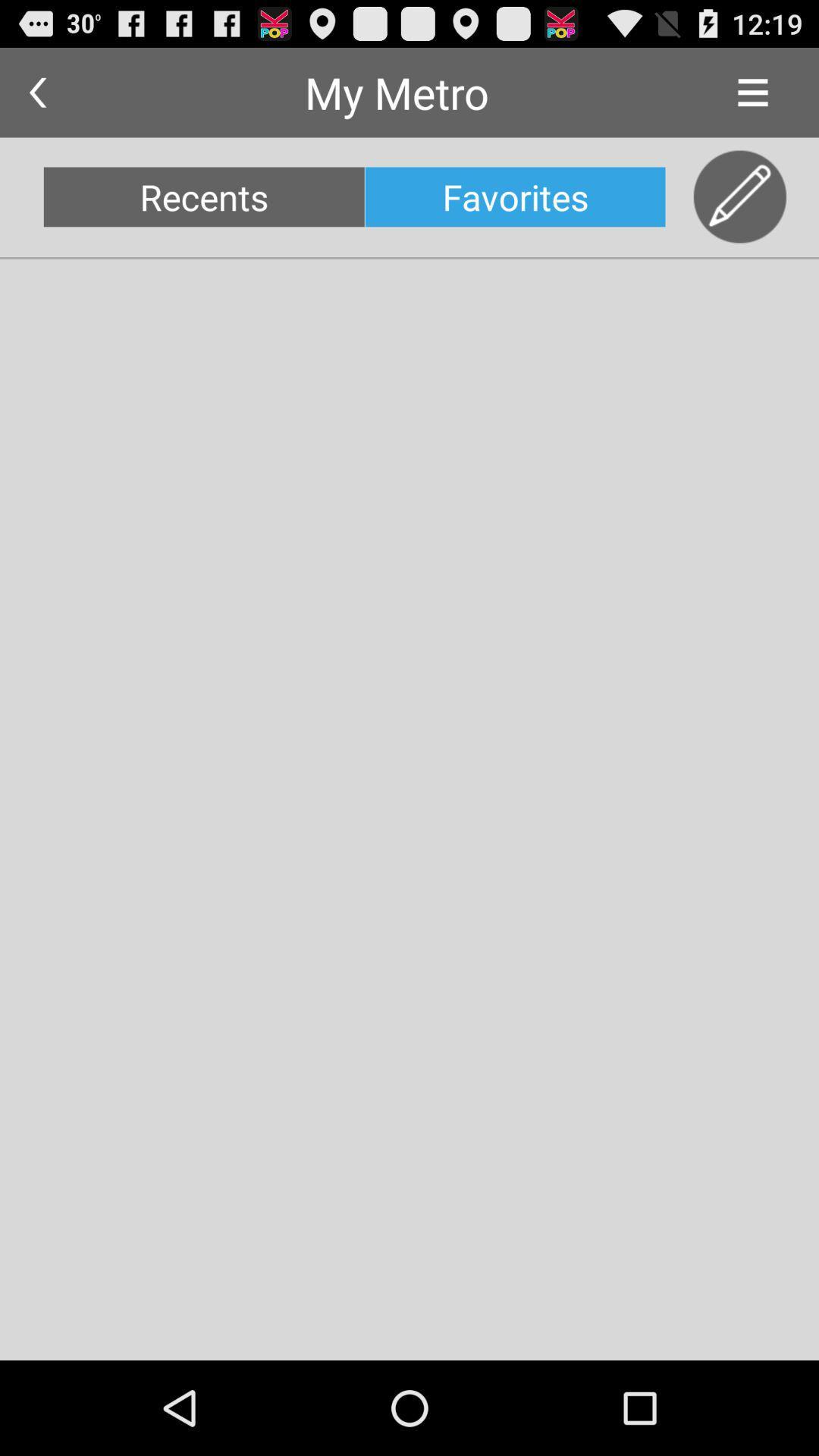 The image size is (819, 1456). What do you see at coordinates (739, 196) in the screenshot?
I see `item to the right of favorites icon` at bounding box center [739, 196].